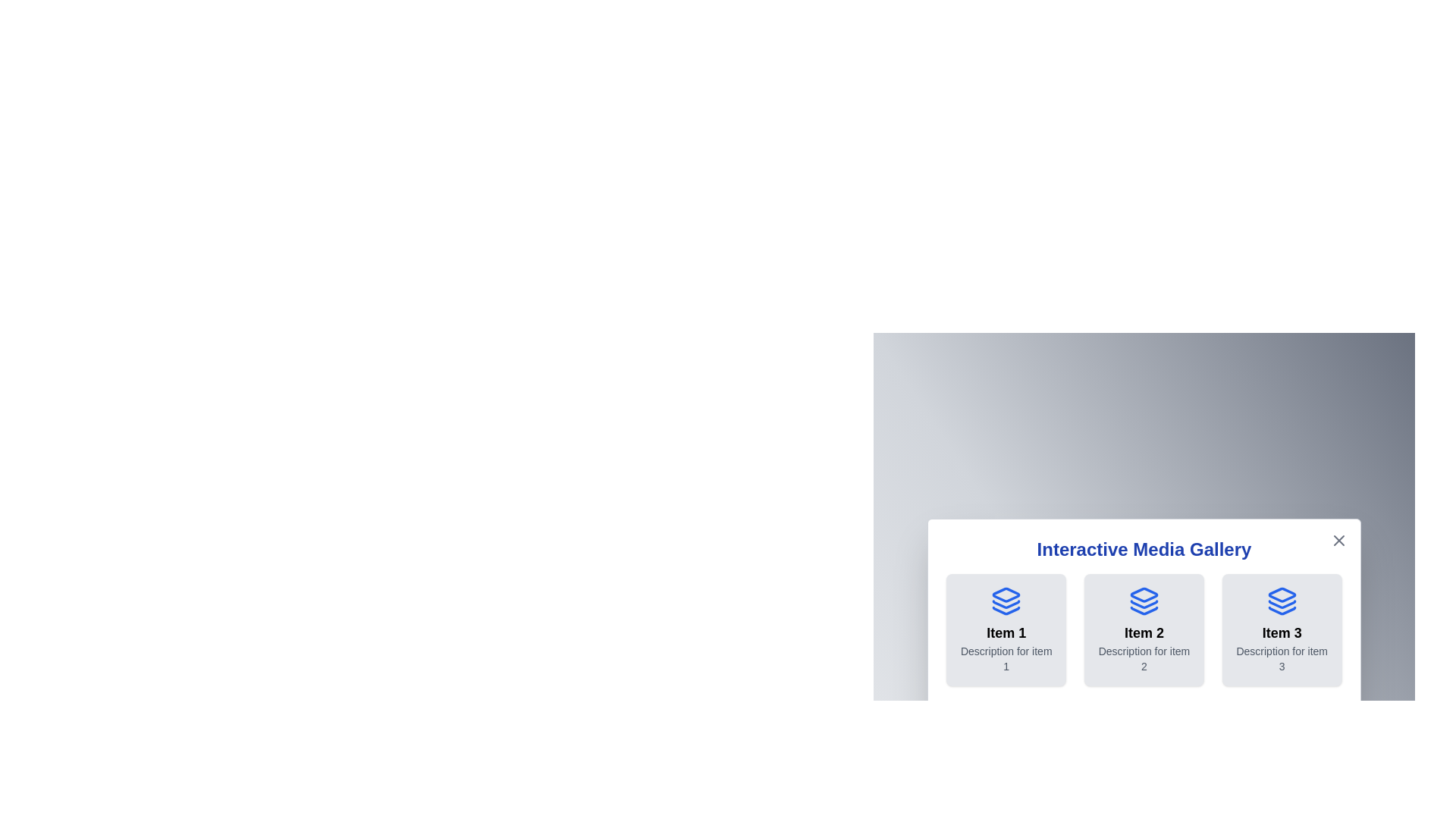  What do you see at coordinates (1144, 657) in the screenshot?
I see `the description of the selected item 2` at bounding box center [1144, 657].